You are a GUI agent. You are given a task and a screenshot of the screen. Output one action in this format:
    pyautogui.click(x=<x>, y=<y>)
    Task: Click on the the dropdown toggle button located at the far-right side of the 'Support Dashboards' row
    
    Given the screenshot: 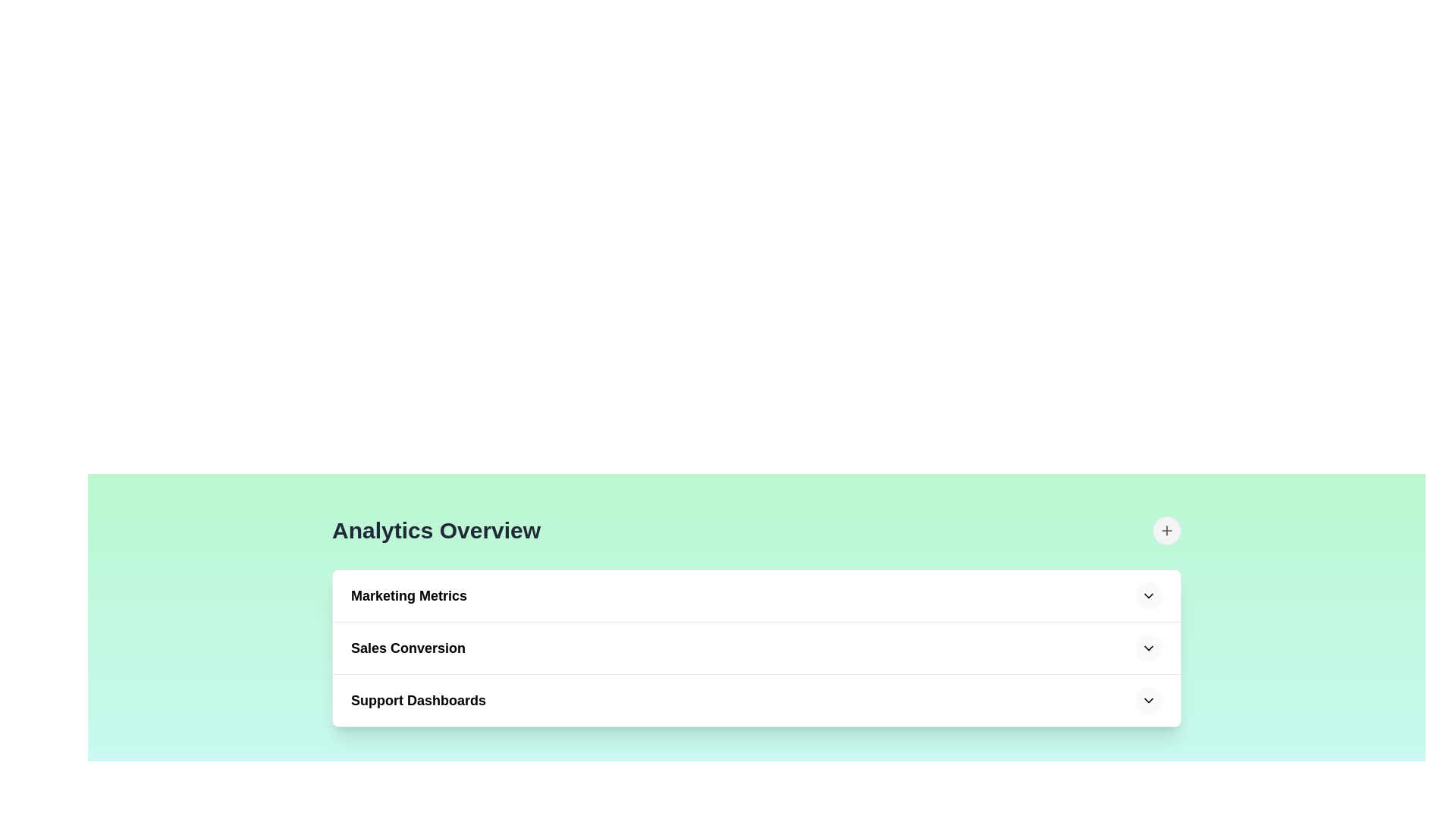 What is the action you would take?
    pyautogui.click(x=1149, y=701)
    